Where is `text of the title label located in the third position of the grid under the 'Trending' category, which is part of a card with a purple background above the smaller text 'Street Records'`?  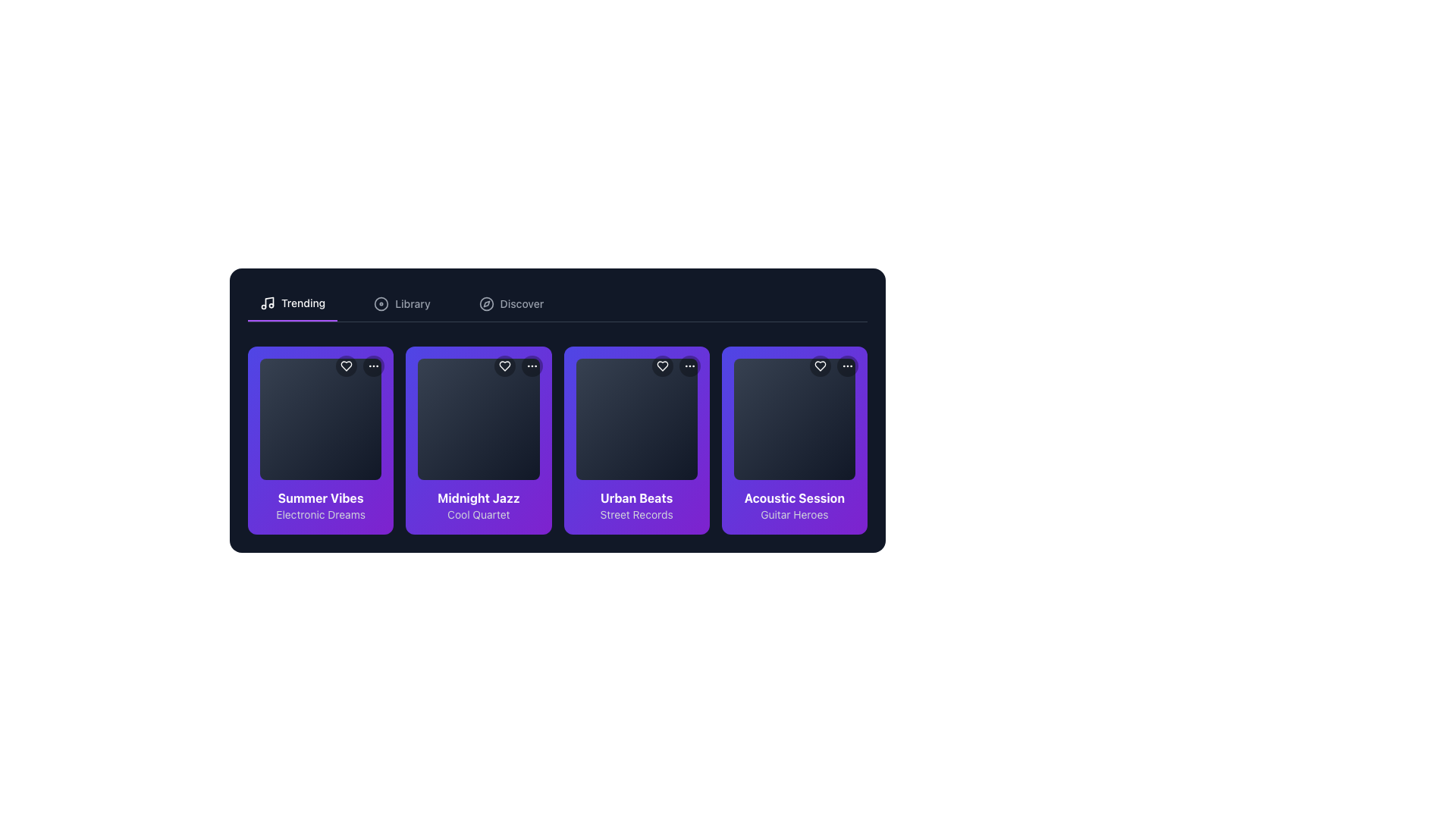
text of the title label located in the third position of the grid under the 'Trending' category, which is part of a card with a purple background above the smaller text 'Street Records' is located at coordinates (636, 498).